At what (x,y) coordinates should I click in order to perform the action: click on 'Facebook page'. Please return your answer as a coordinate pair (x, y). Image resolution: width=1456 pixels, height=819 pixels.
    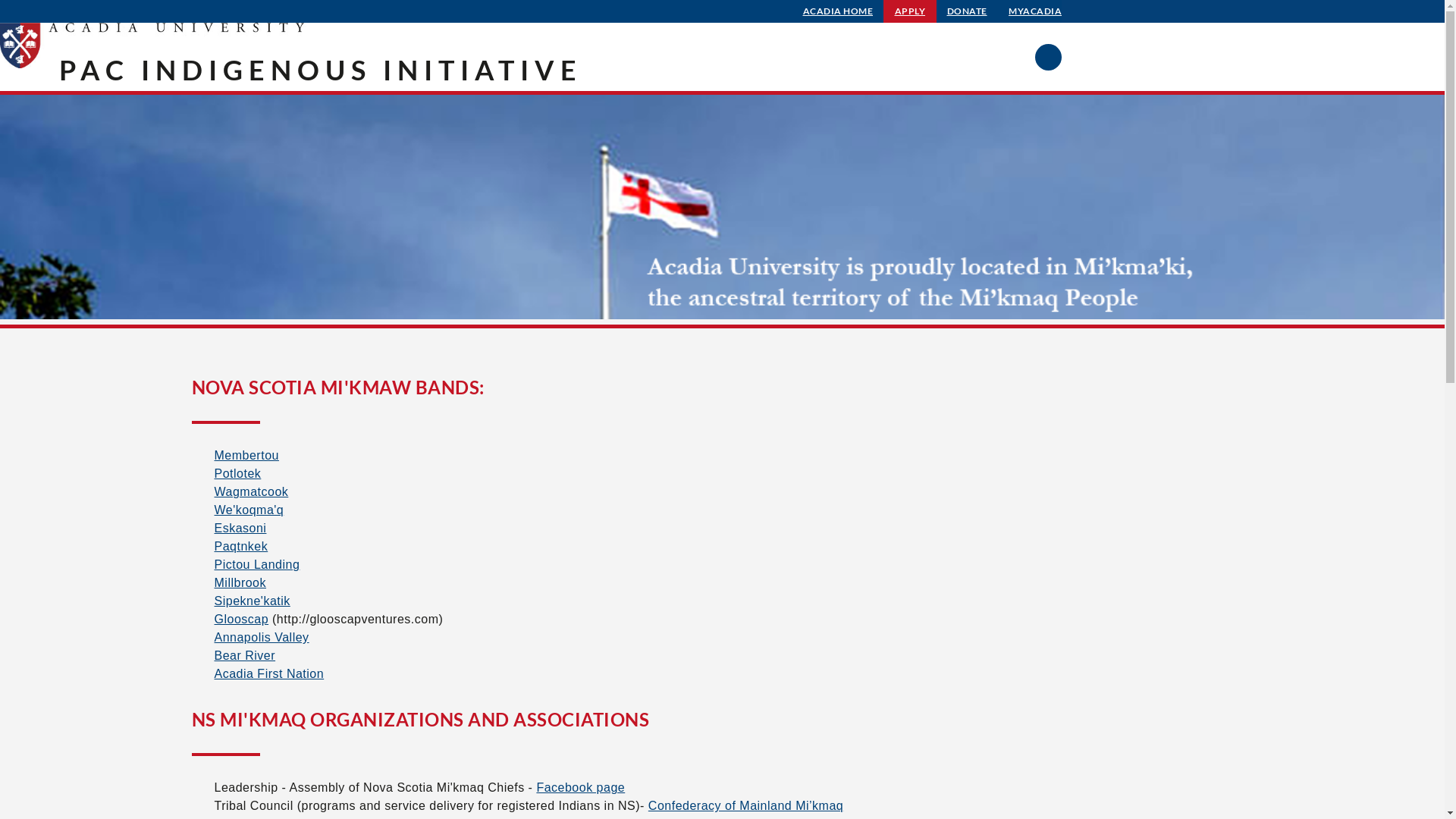
    Looking at the image, I should click on (579, 786).